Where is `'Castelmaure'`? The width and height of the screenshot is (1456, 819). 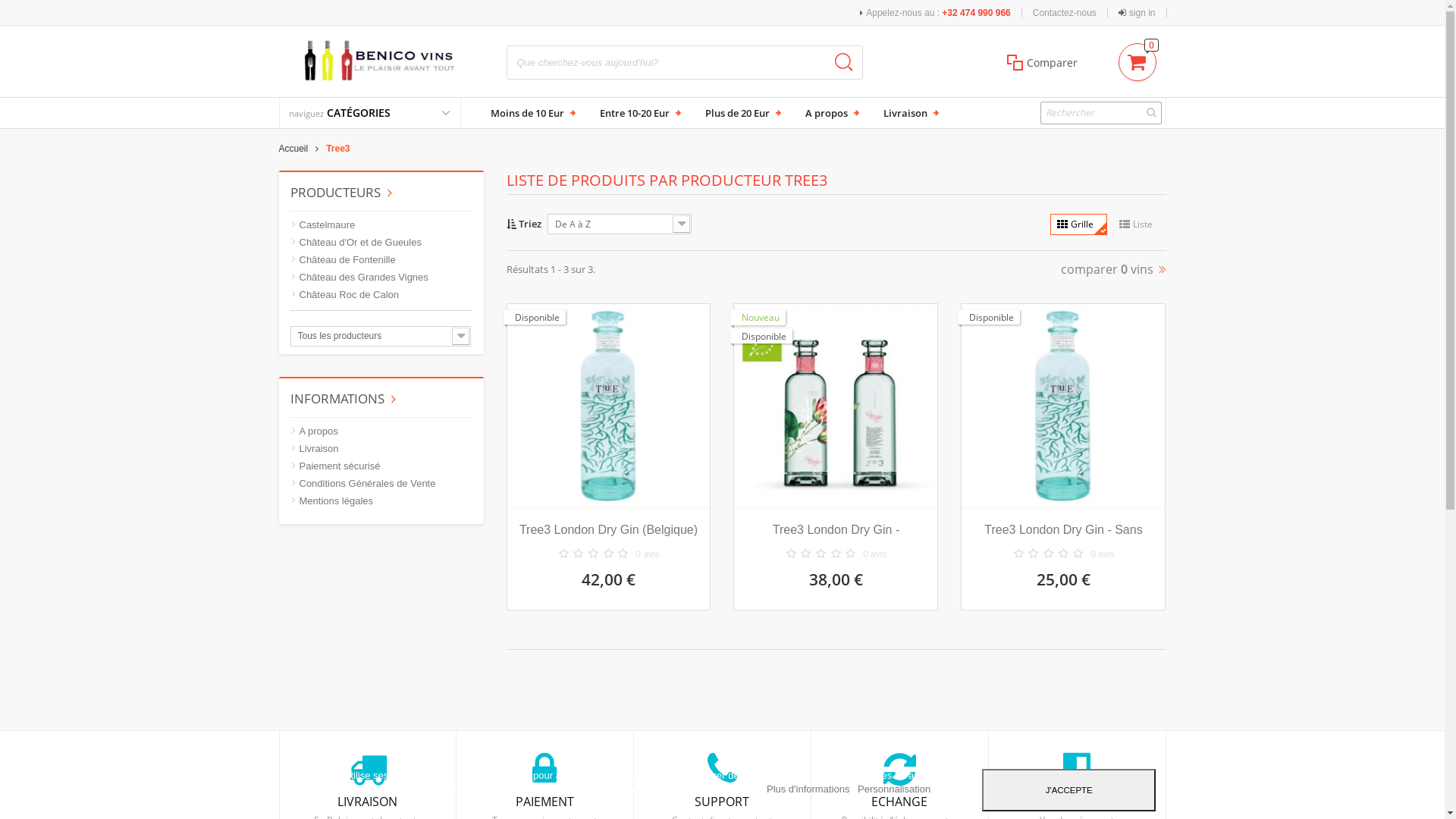
'Castelmaure' is located at coordinates (322, 225).